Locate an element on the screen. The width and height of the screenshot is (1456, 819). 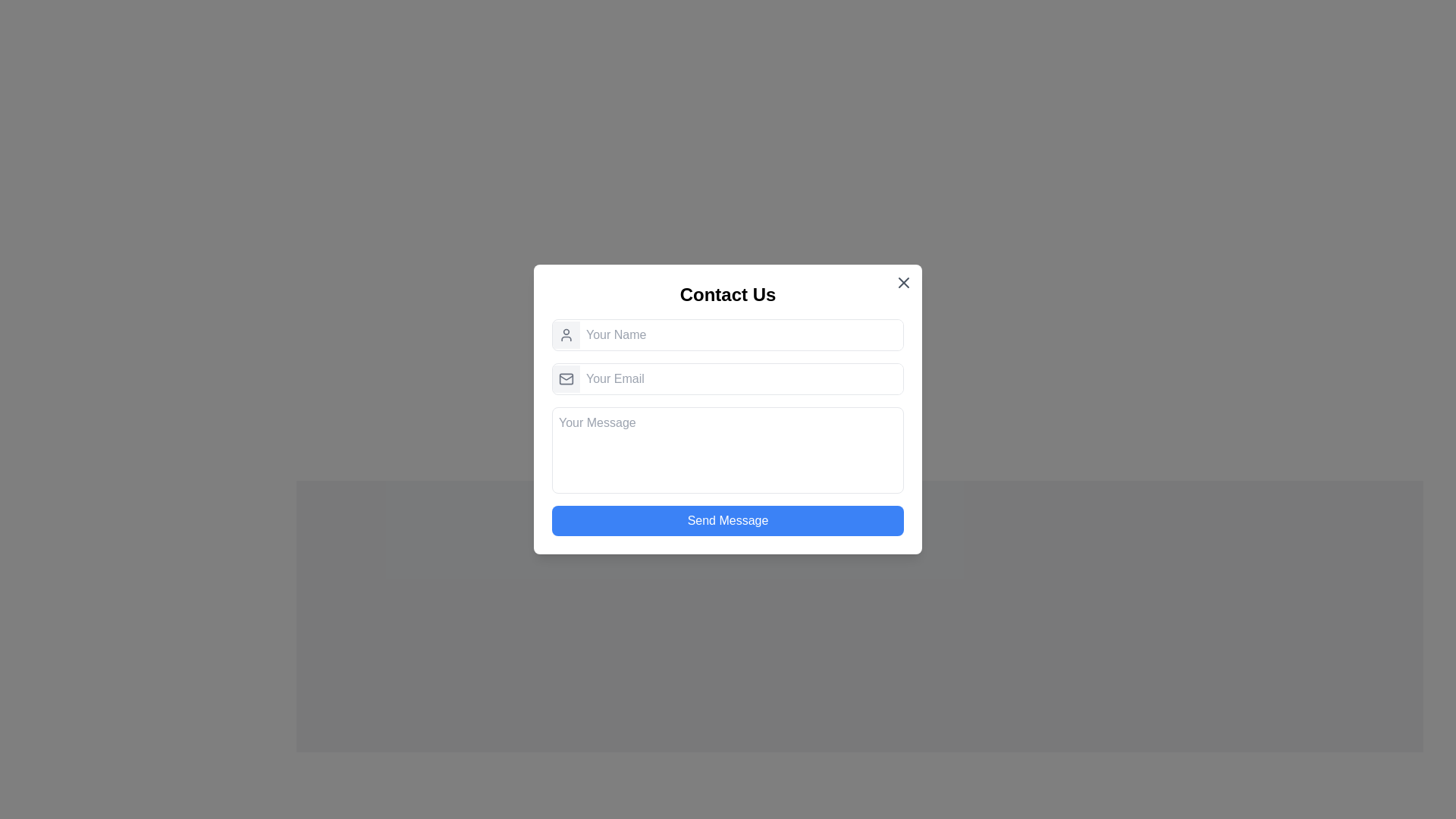
the icon located at the leftmost section of the email input field to focus on the email field it represents is located at coordinates (566, 378).